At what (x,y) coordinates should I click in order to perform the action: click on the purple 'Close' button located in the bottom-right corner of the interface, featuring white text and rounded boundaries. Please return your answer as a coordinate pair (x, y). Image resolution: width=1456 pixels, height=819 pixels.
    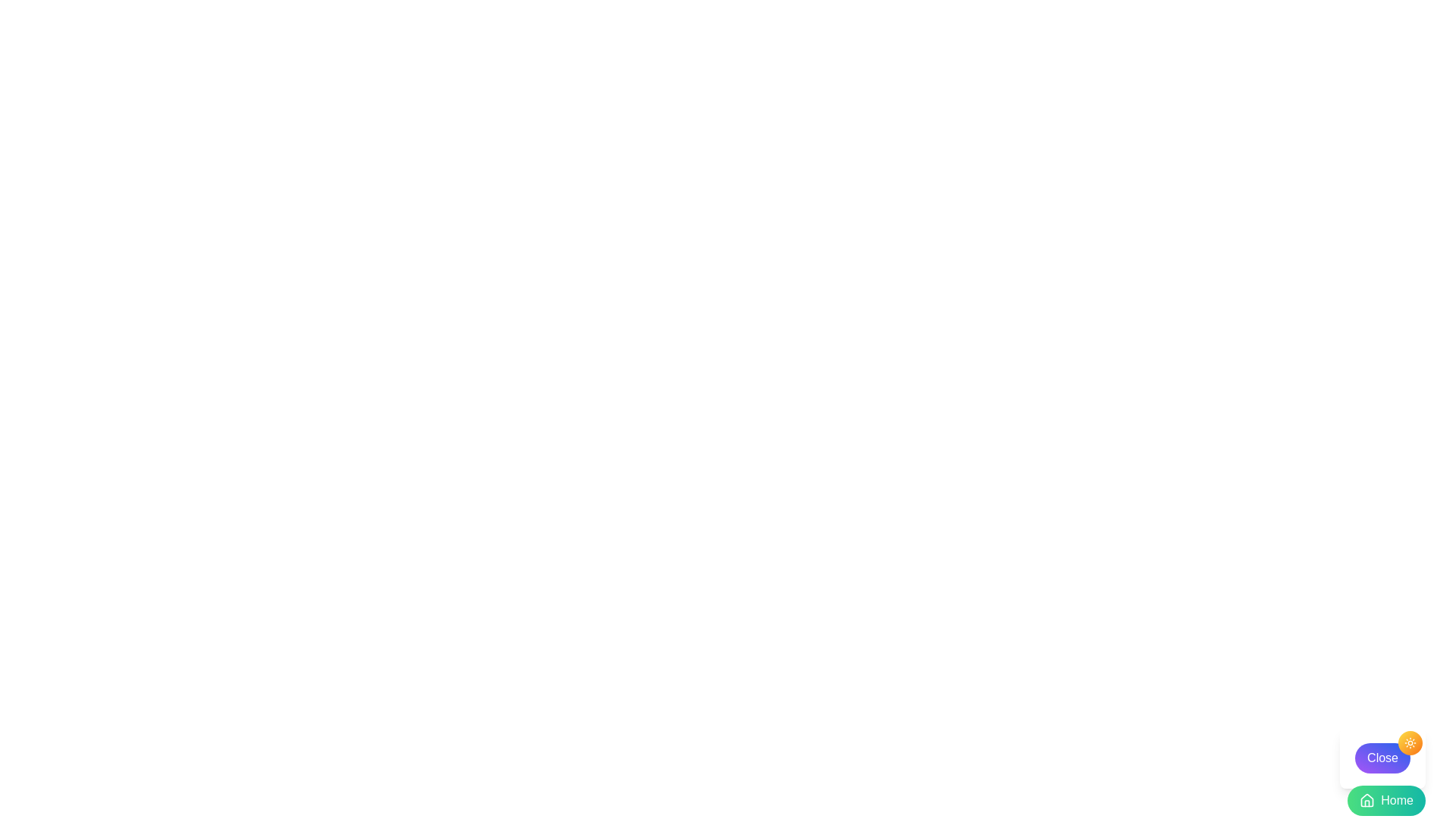
    Looking at the image, I should click on (1382, 758).